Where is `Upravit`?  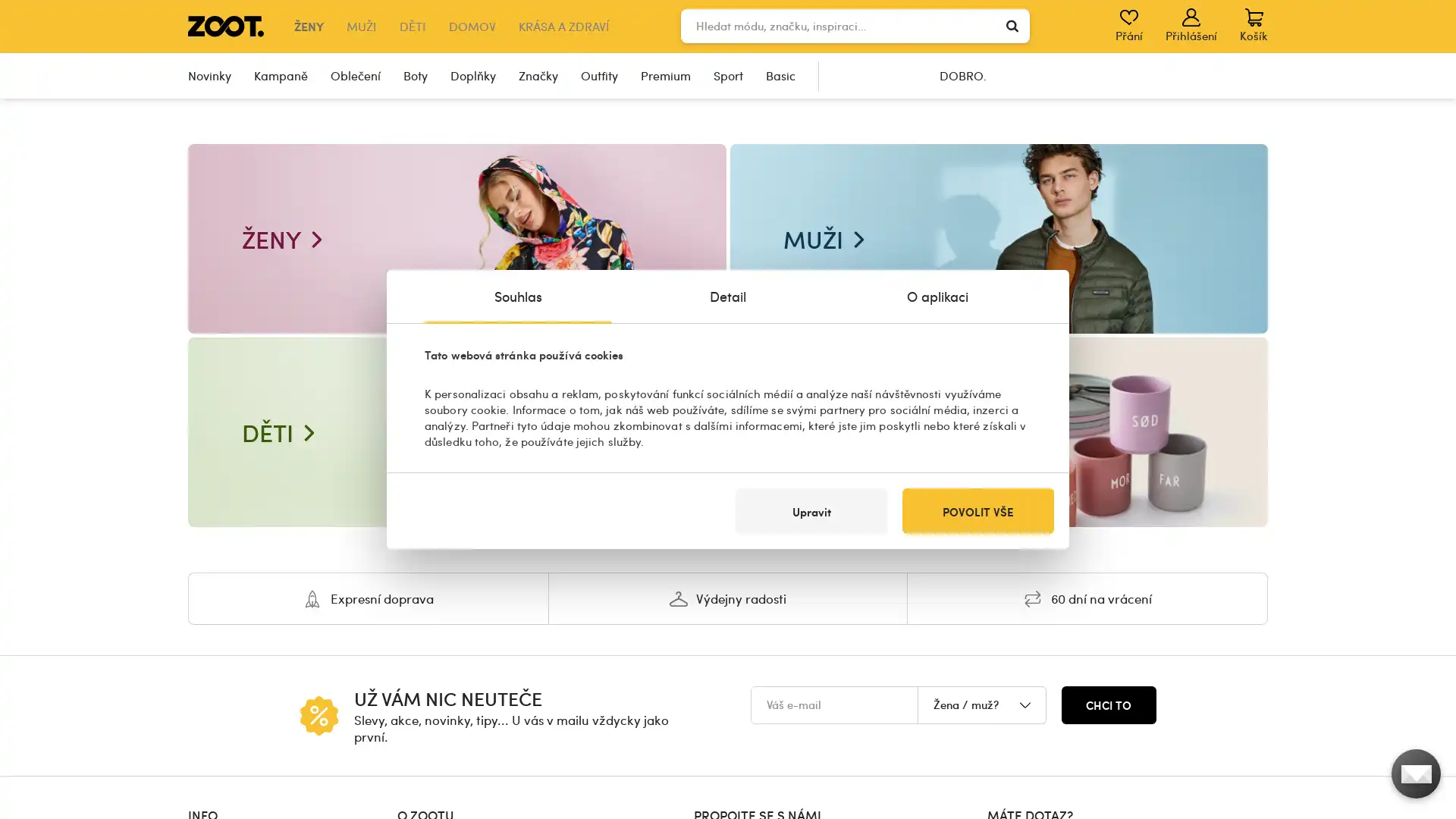
Upravit is located at coordinates (811, 511).